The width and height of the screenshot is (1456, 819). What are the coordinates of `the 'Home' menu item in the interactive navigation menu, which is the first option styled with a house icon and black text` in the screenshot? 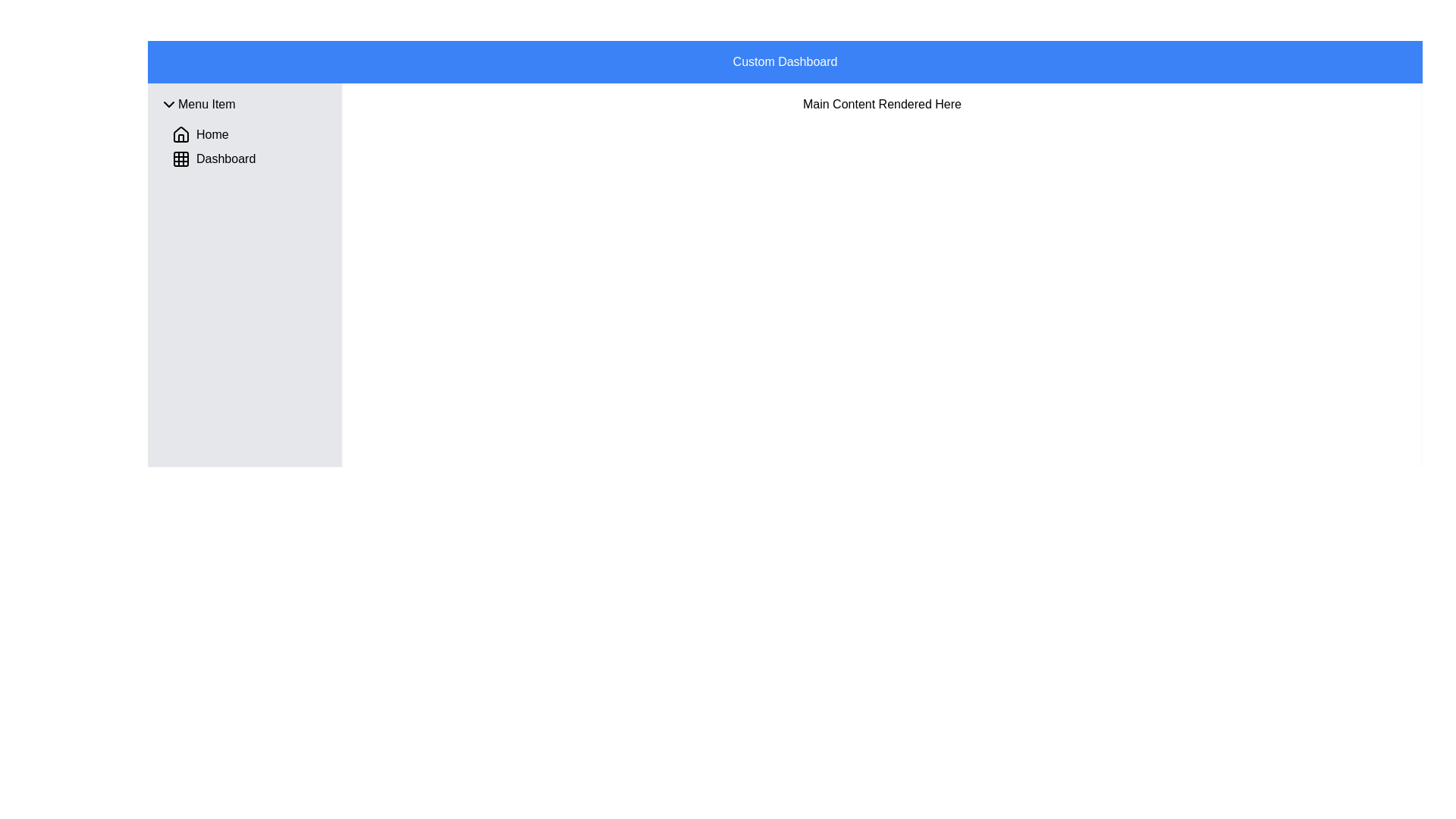 It's located at (199, 133).